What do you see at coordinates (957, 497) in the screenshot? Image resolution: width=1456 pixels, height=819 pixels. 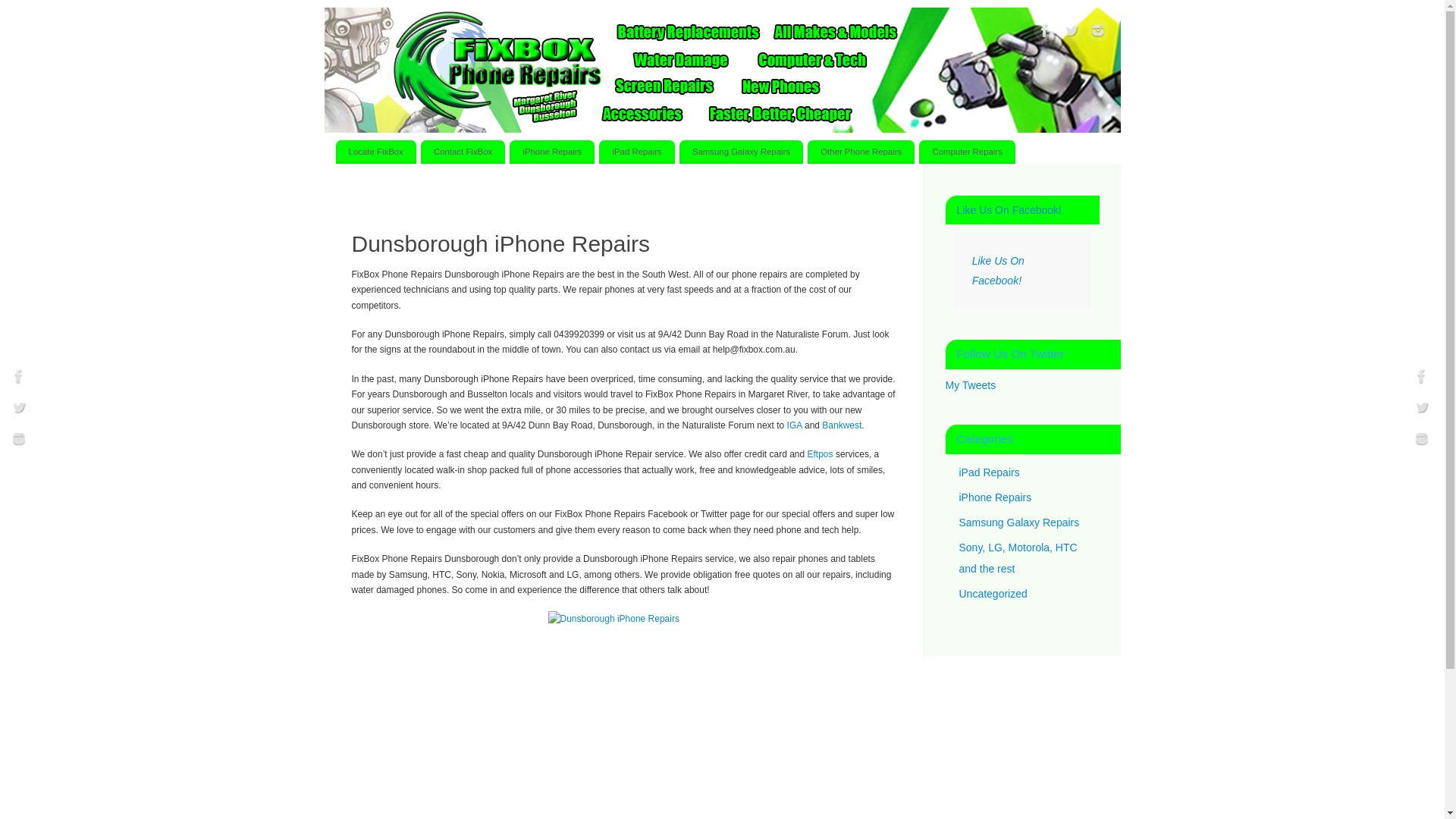 I see `'iPhone Repairs'` at bounding box center [957, 497].